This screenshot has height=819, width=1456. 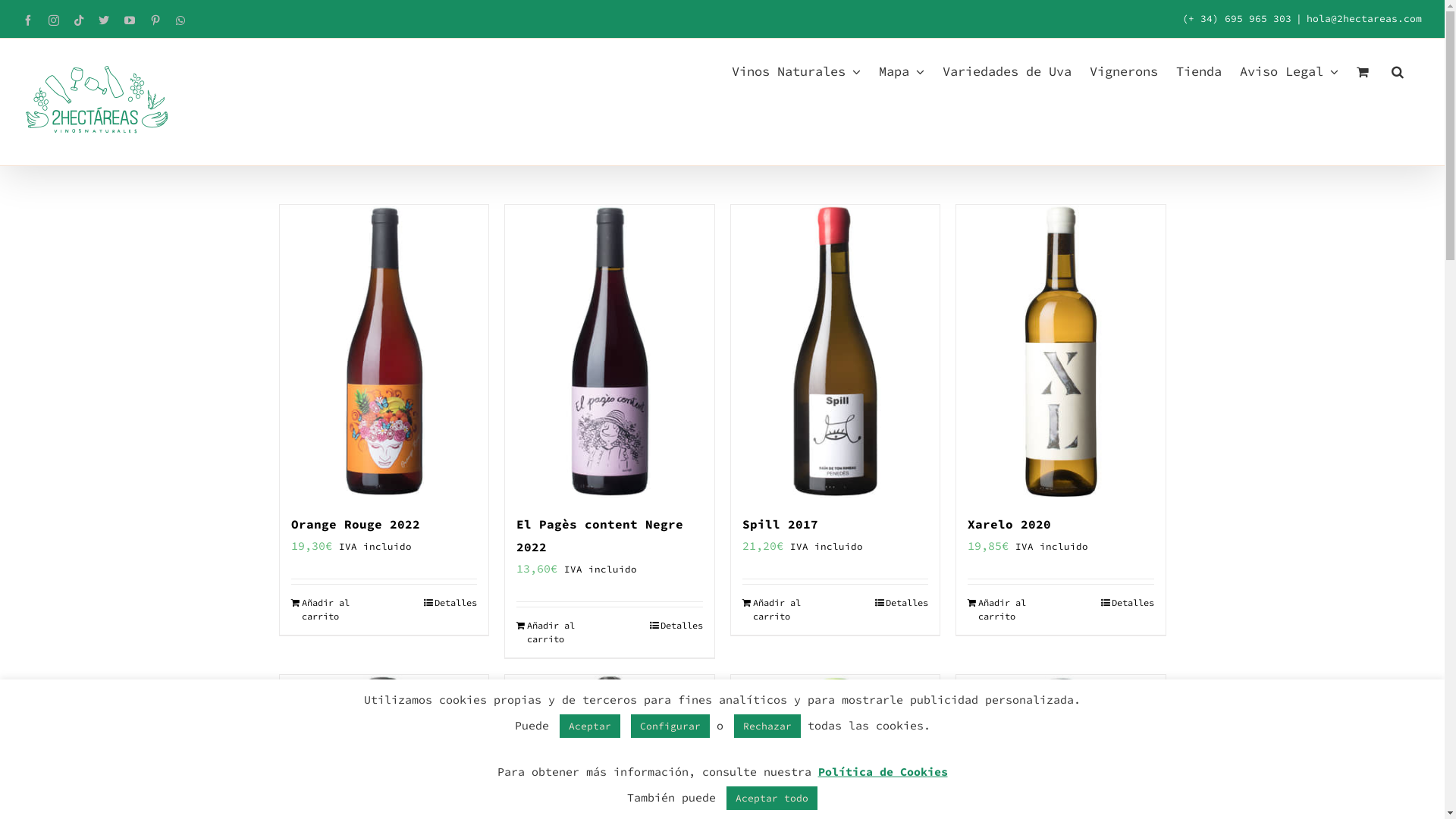 What do you see at coordinates (124, 20) in the screenshot?
I see `'YouTube'` at bounding box center [124, 20].